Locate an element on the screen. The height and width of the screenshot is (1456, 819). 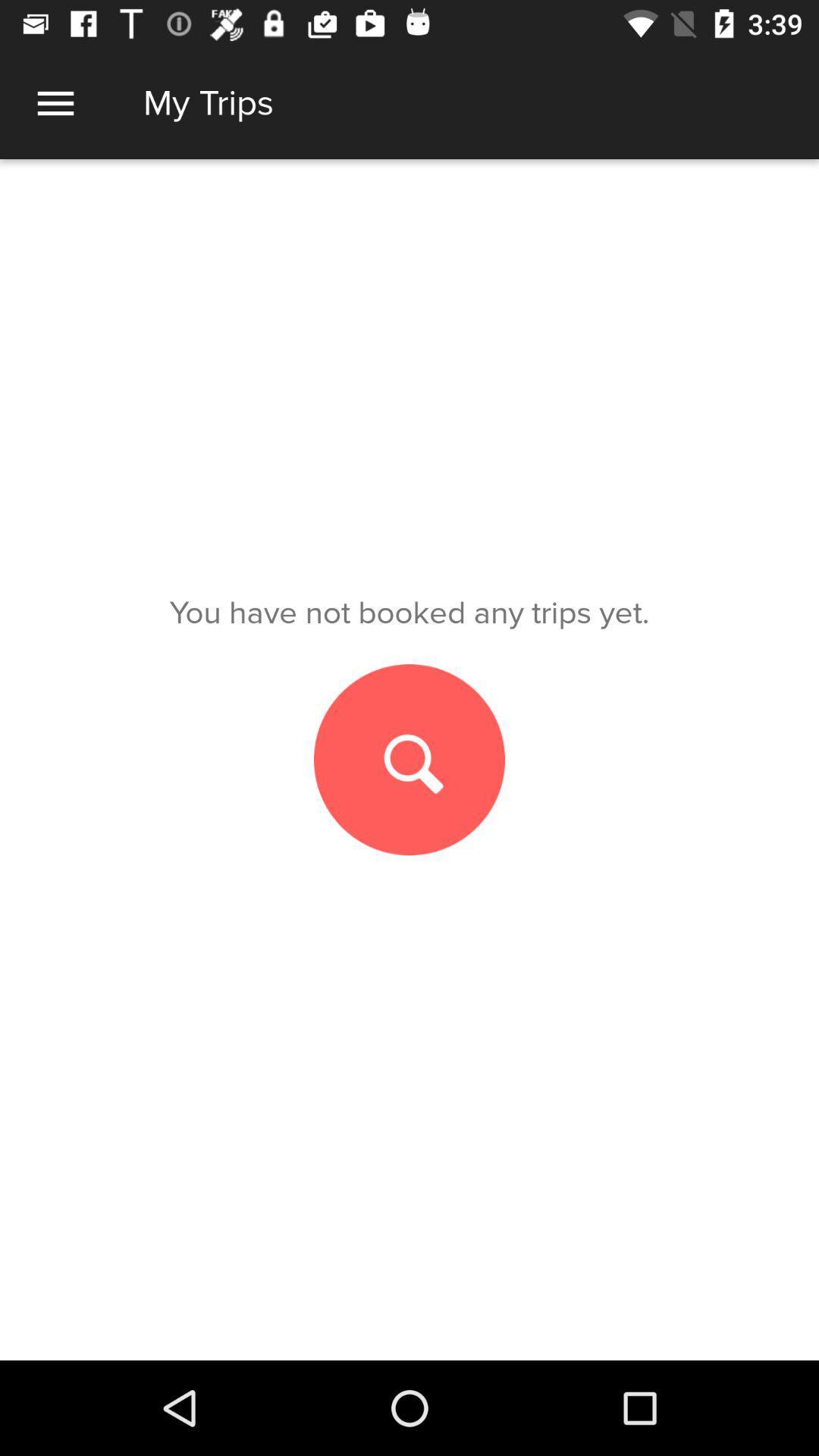
item above you have not item is located at coordinates (55, 102).